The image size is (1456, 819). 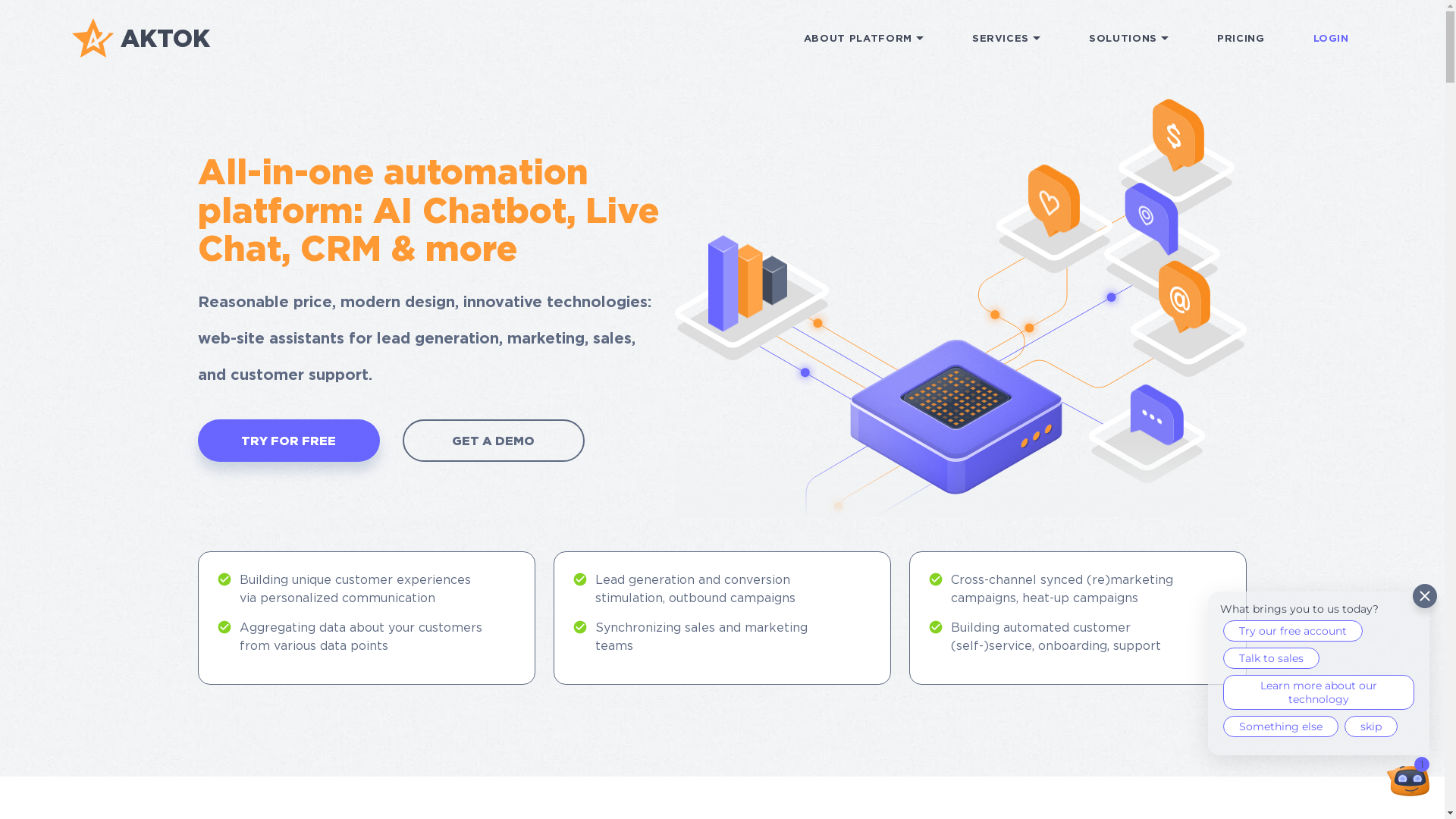 I want to click on 'skip', so click(x=1344, y=725).